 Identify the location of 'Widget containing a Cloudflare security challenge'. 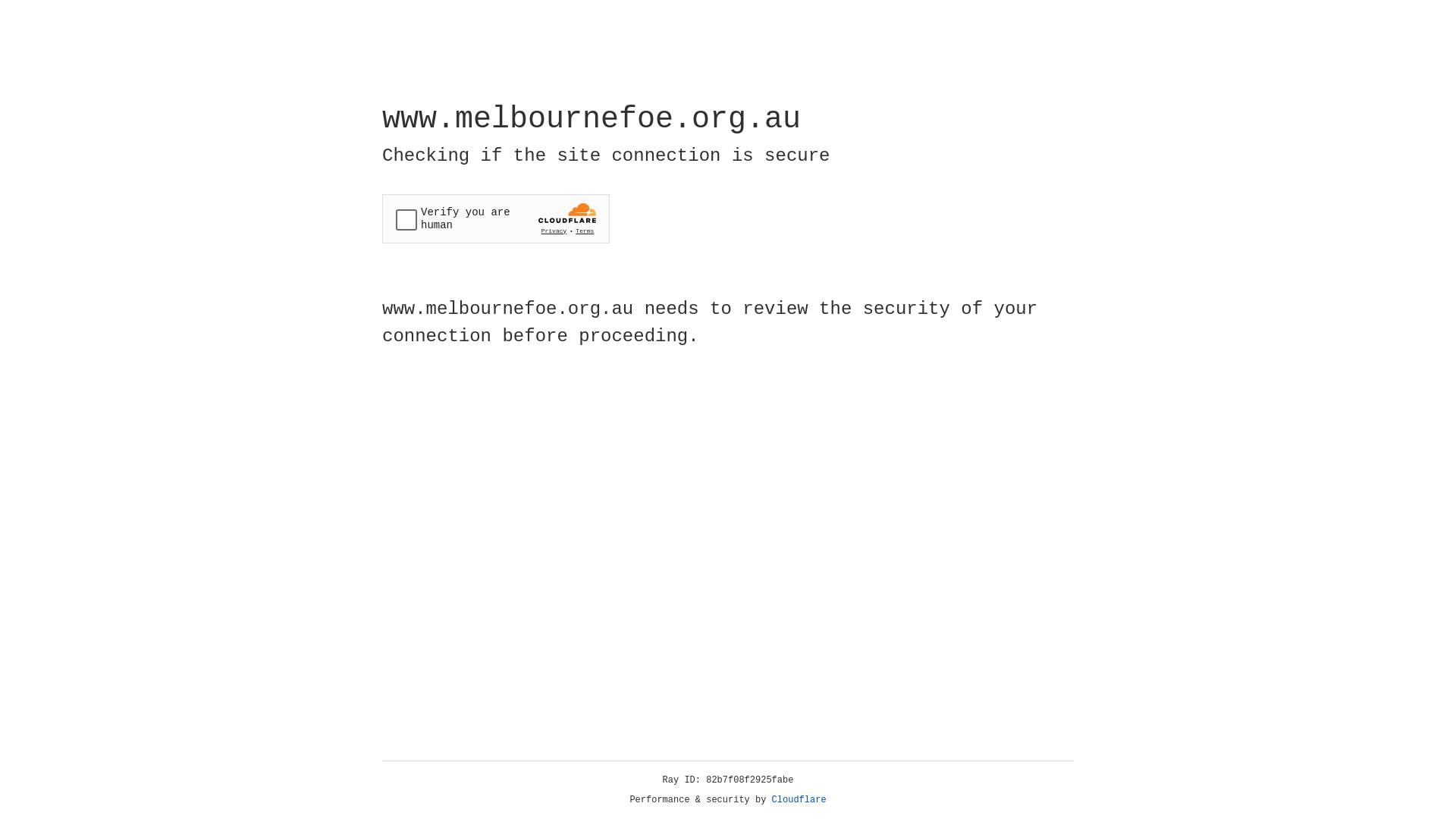
(495, 218).